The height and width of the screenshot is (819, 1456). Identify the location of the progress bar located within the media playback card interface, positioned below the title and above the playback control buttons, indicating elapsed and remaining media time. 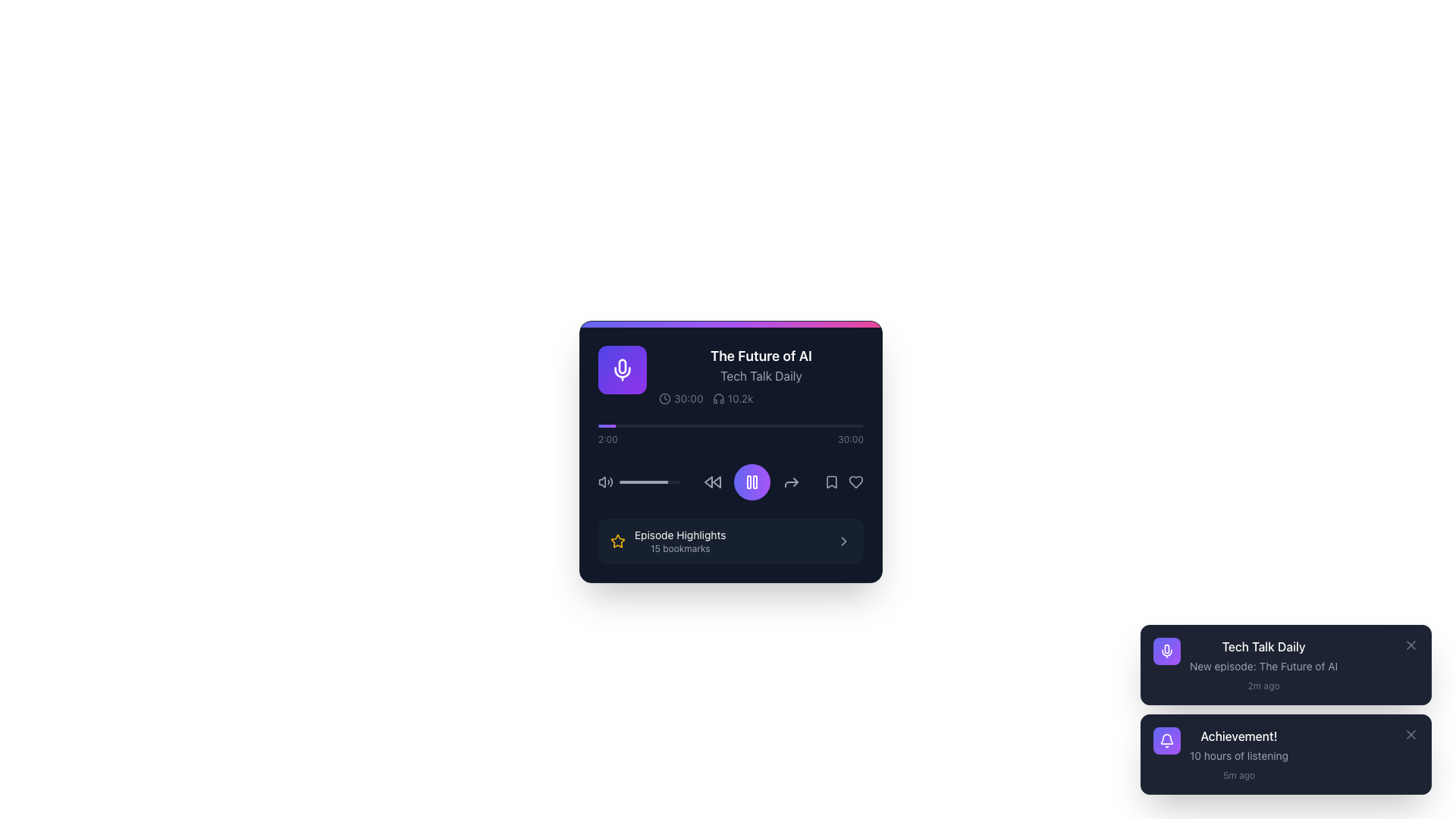
(731, 426).